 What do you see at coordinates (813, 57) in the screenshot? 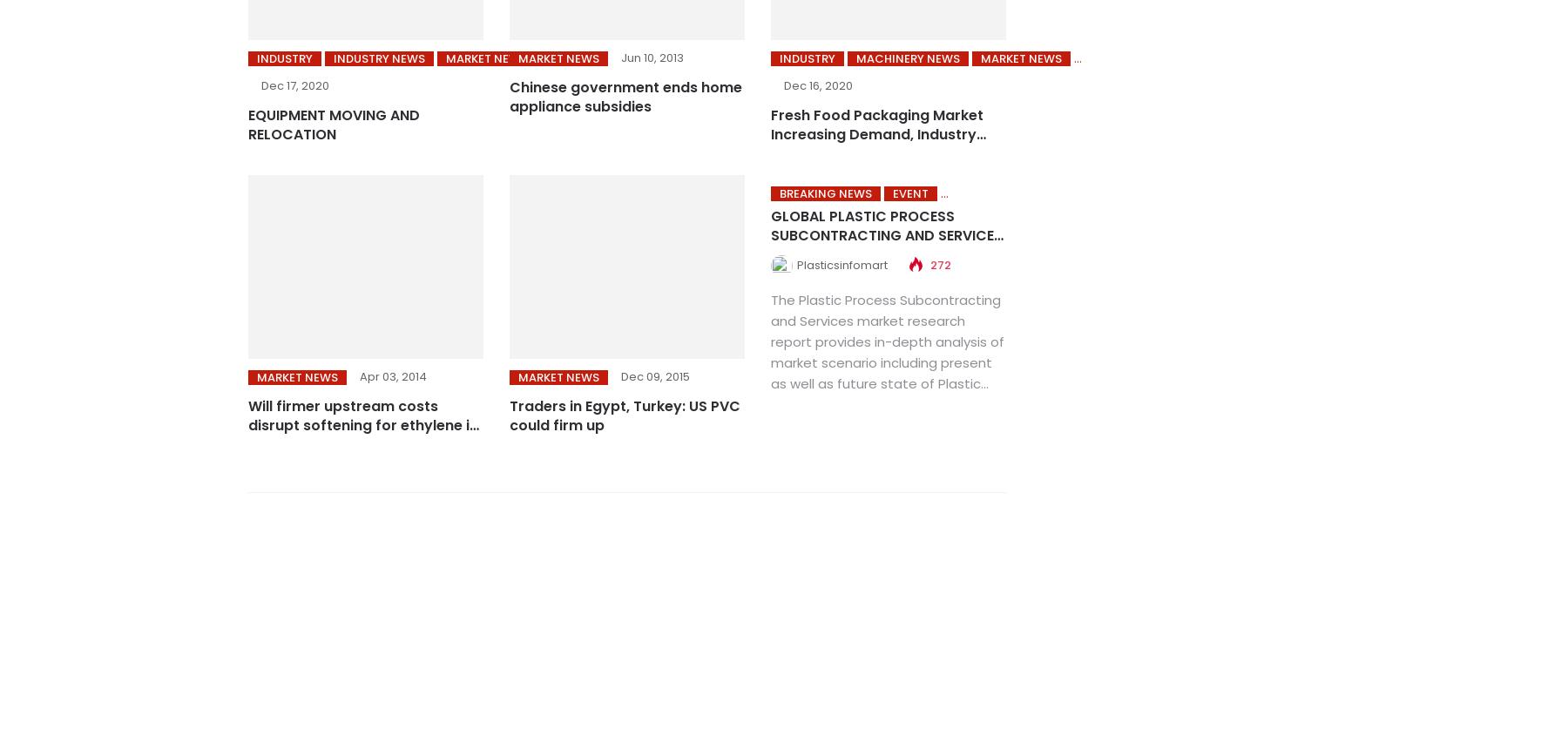
I see `'Plastic Packaging'` at bounding box center [813, 57].